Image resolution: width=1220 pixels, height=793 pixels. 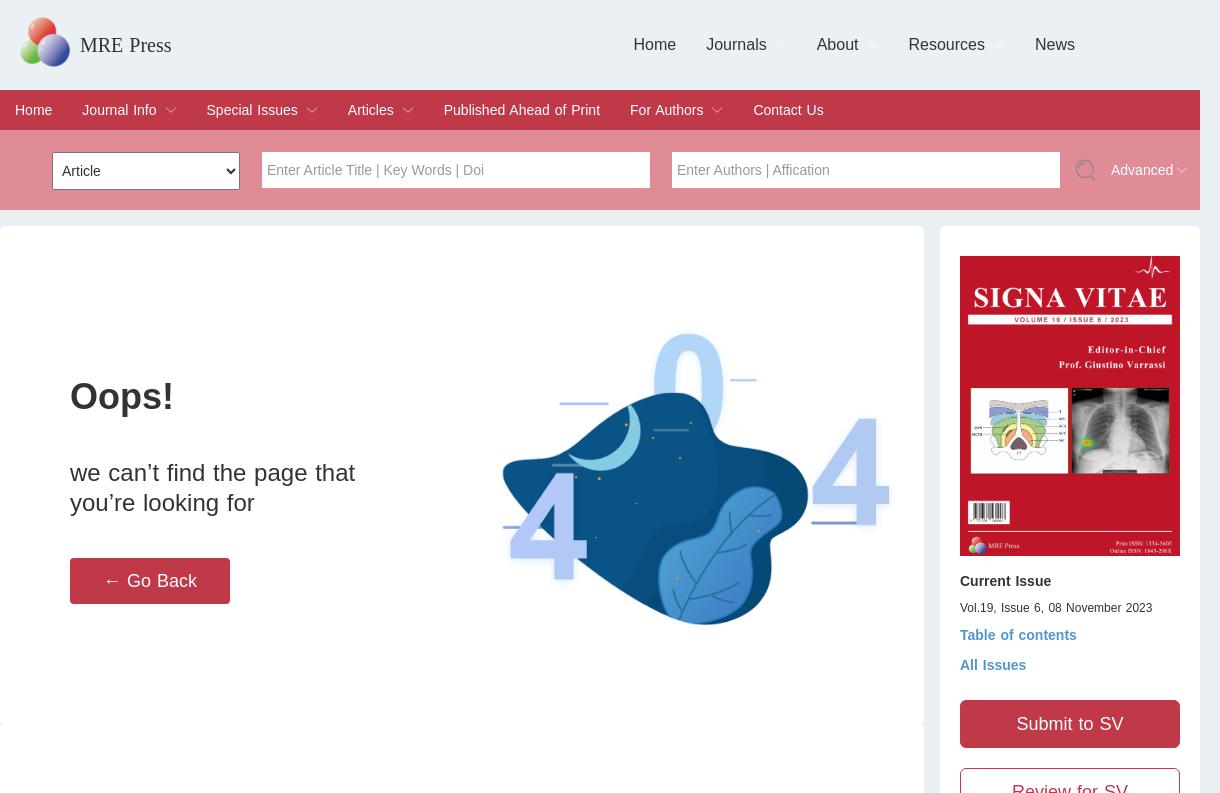 I want to click on 'Vol.19, Issue 6, 08 November 2023', so click(x=1056, y=607).